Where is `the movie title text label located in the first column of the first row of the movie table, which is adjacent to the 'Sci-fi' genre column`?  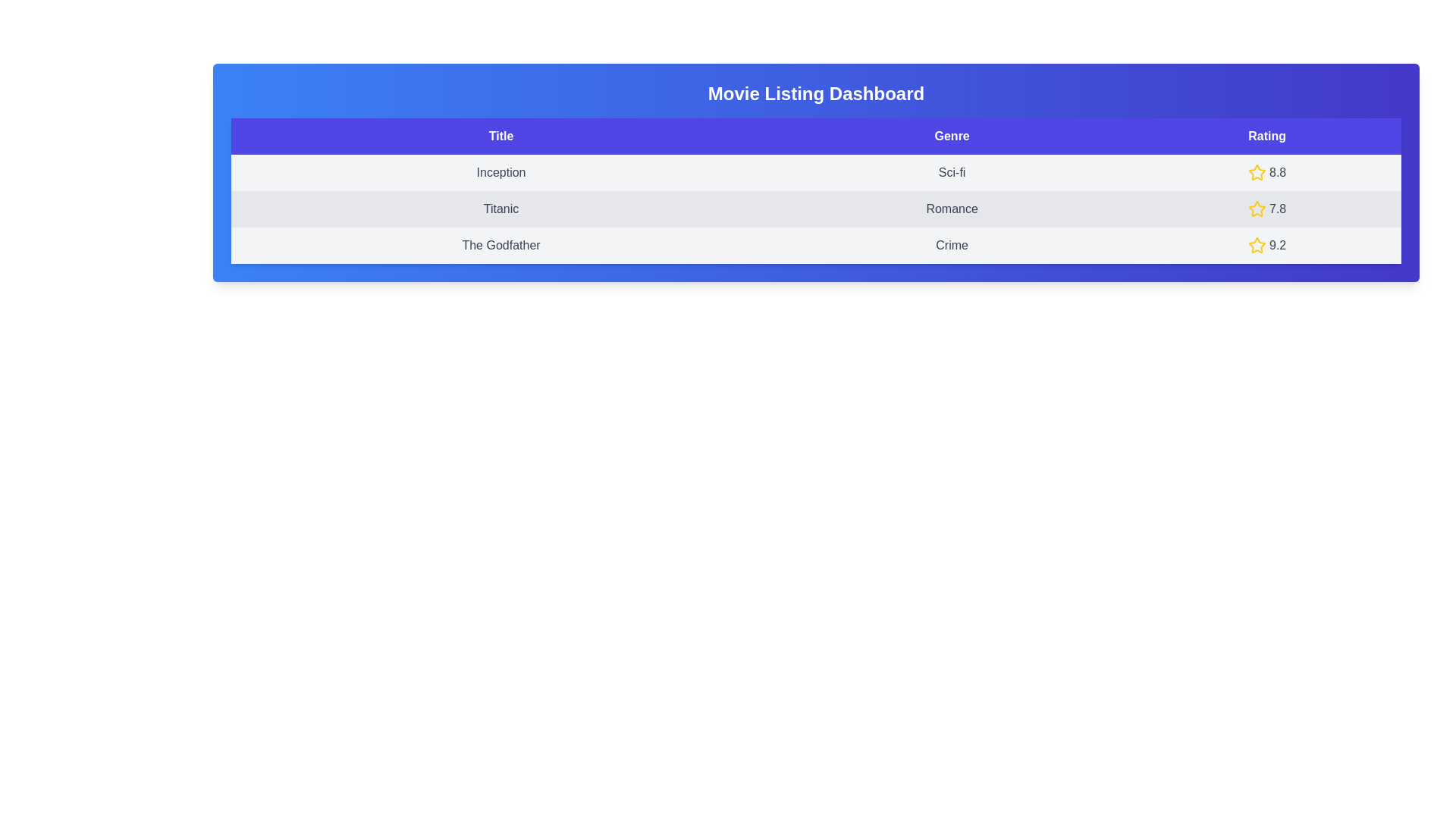
the movie title text label located in the first column of the first row of the movie table, which is adjacent to the 'Sci-fi' genre column is located at coordinates (501, 171).